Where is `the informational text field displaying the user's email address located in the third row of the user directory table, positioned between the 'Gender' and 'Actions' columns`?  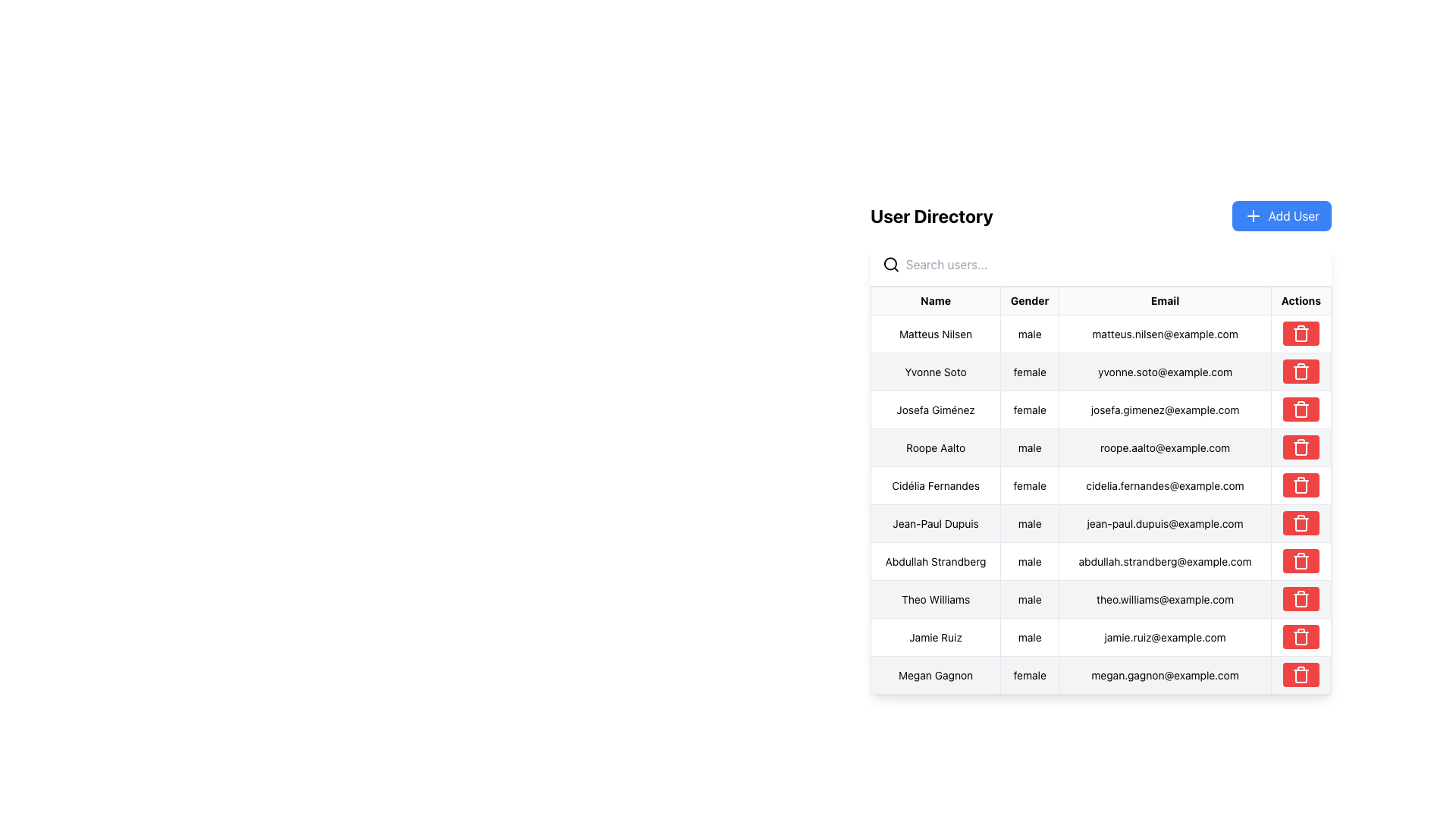
the informational text field displaying the user's email address located in the third row of the user directory table, positioned between the 'Gender' and 'Actions' columns is located at coordinates (1164, 409).